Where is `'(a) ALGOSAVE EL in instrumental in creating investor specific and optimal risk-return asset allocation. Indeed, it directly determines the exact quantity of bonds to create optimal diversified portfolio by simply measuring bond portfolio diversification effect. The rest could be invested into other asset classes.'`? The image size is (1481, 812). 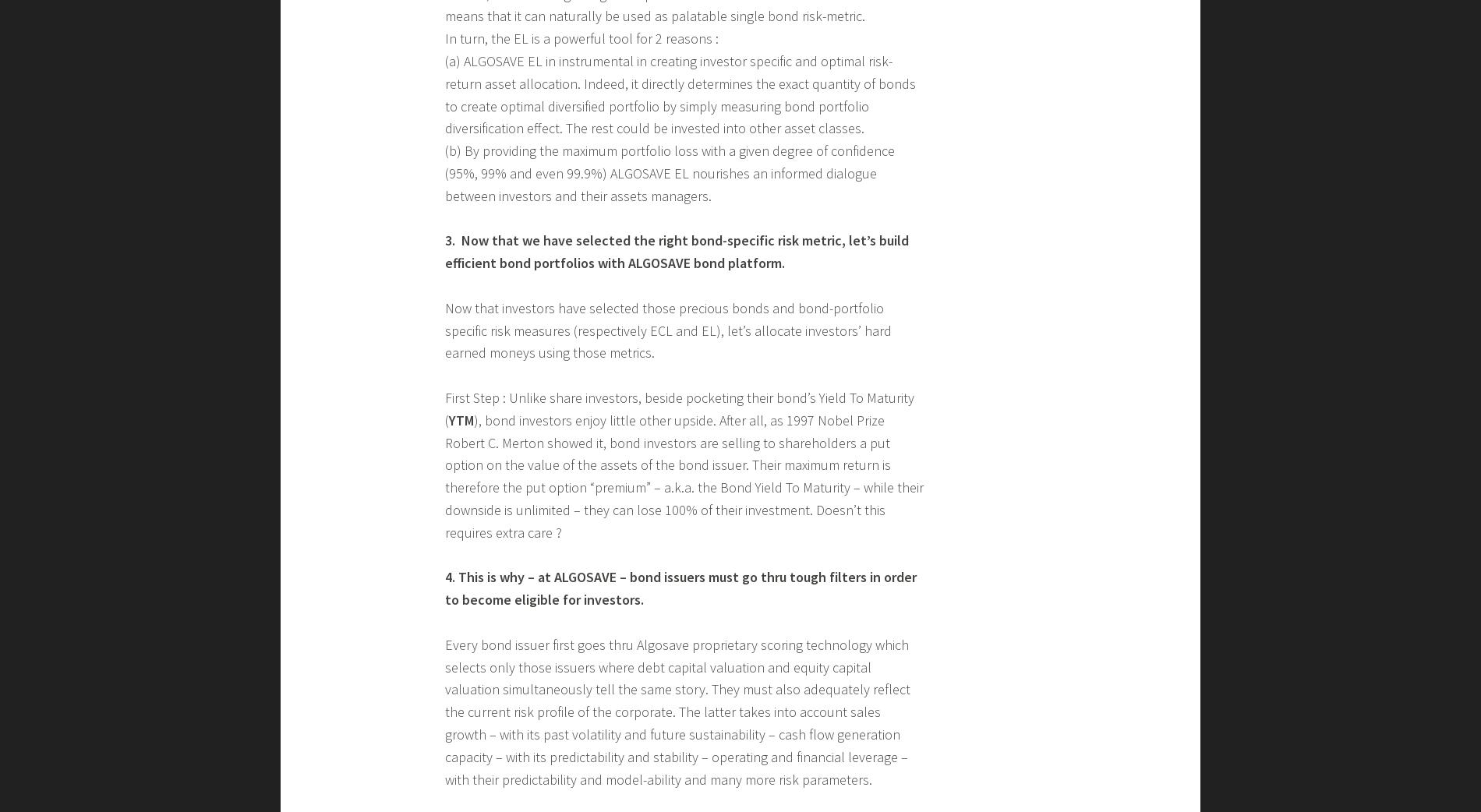
'(a) ALGOSAVE EL in instrumental in creating investor specific and optimal risk-return asset allocation. Indeed, it directly determines the exact quantity of bonds to create optimal diversified portfolio by simply measuring bond portfolio diversification effect. The rest could be invested into other asset classes.' is located at coordinates (680, 94).